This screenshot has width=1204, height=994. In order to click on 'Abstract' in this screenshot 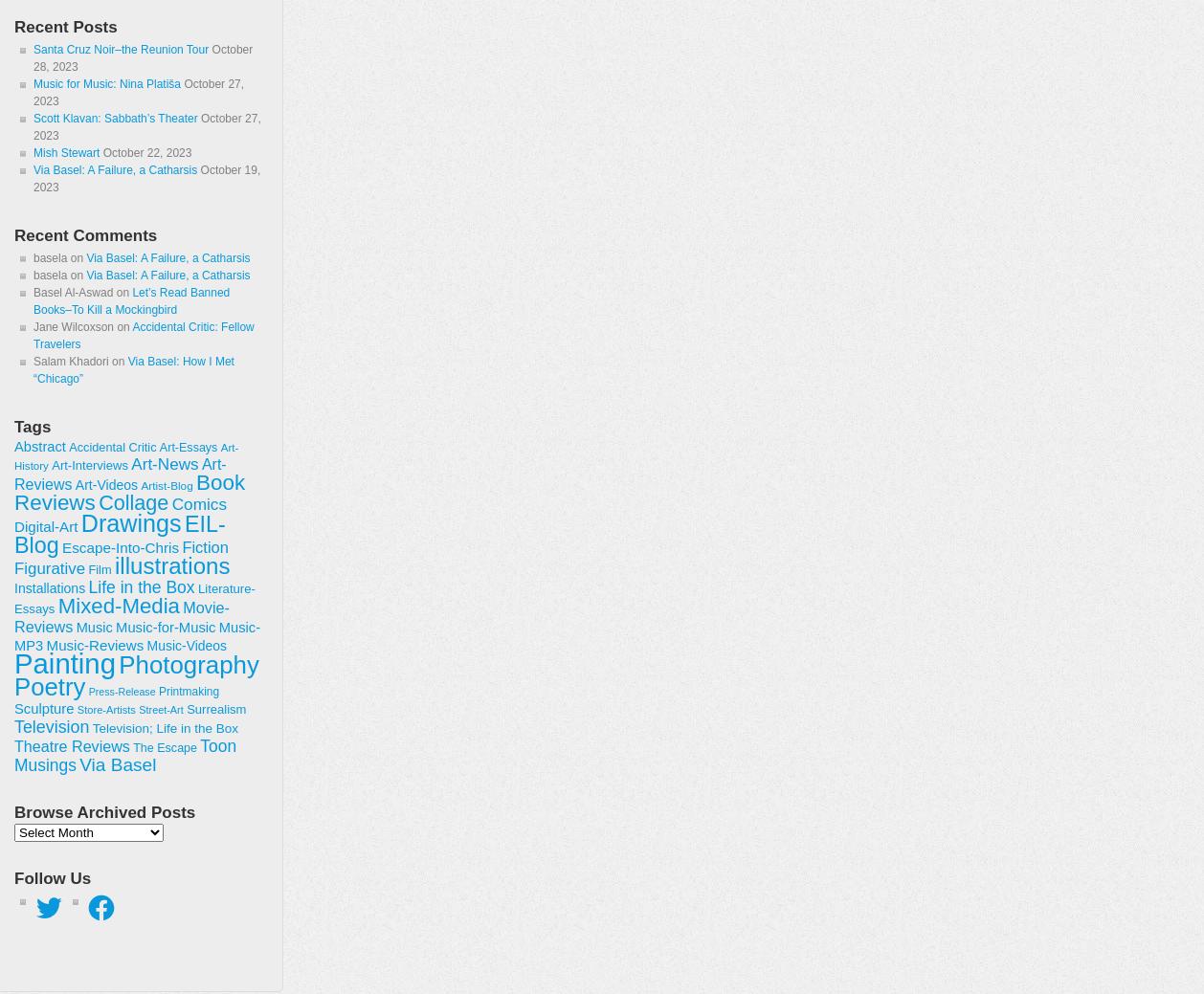, I will do `click(39, 446)`.